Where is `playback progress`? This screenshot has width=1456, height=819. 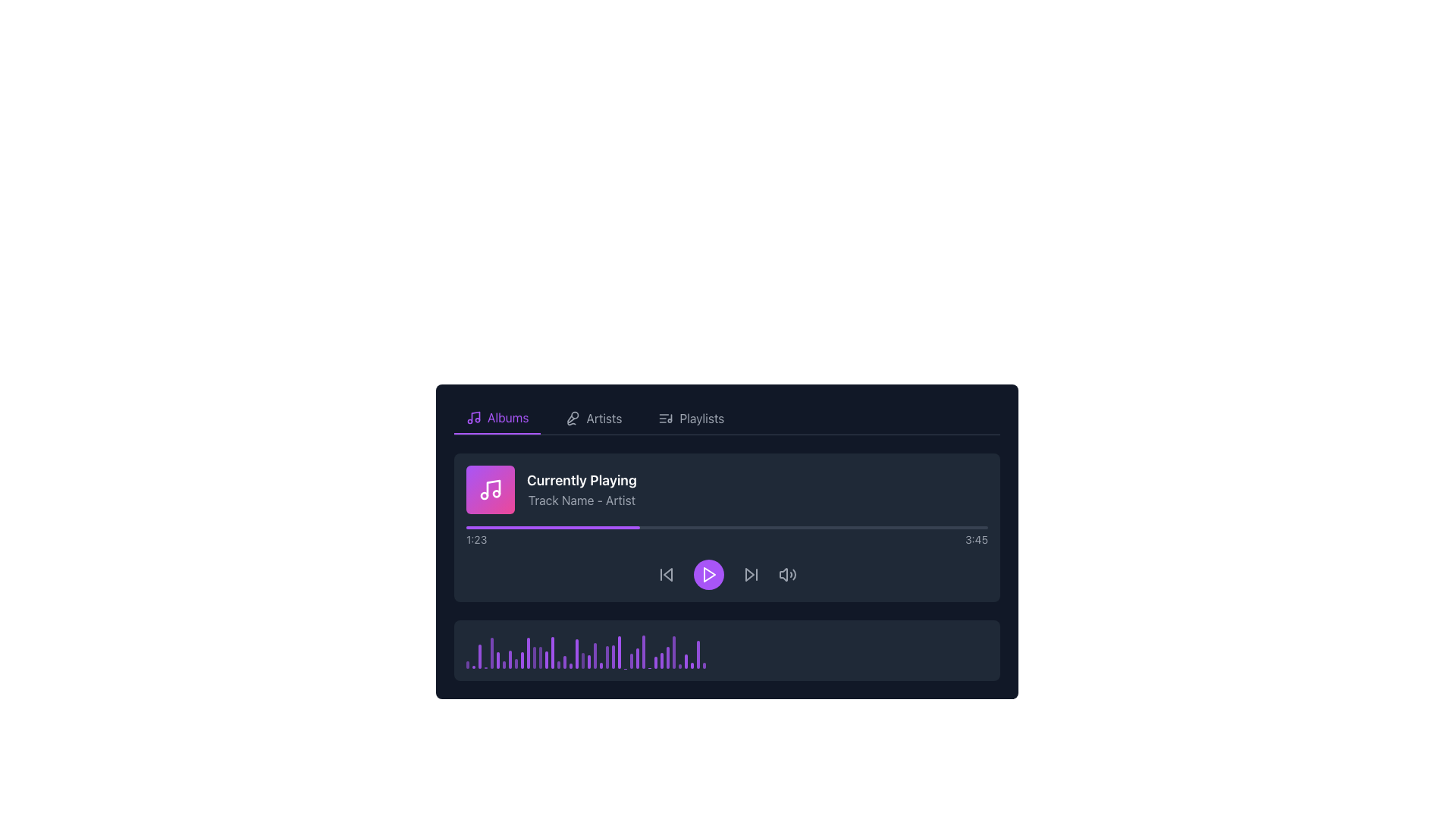
playback progress is located at coordinates (820, 526).